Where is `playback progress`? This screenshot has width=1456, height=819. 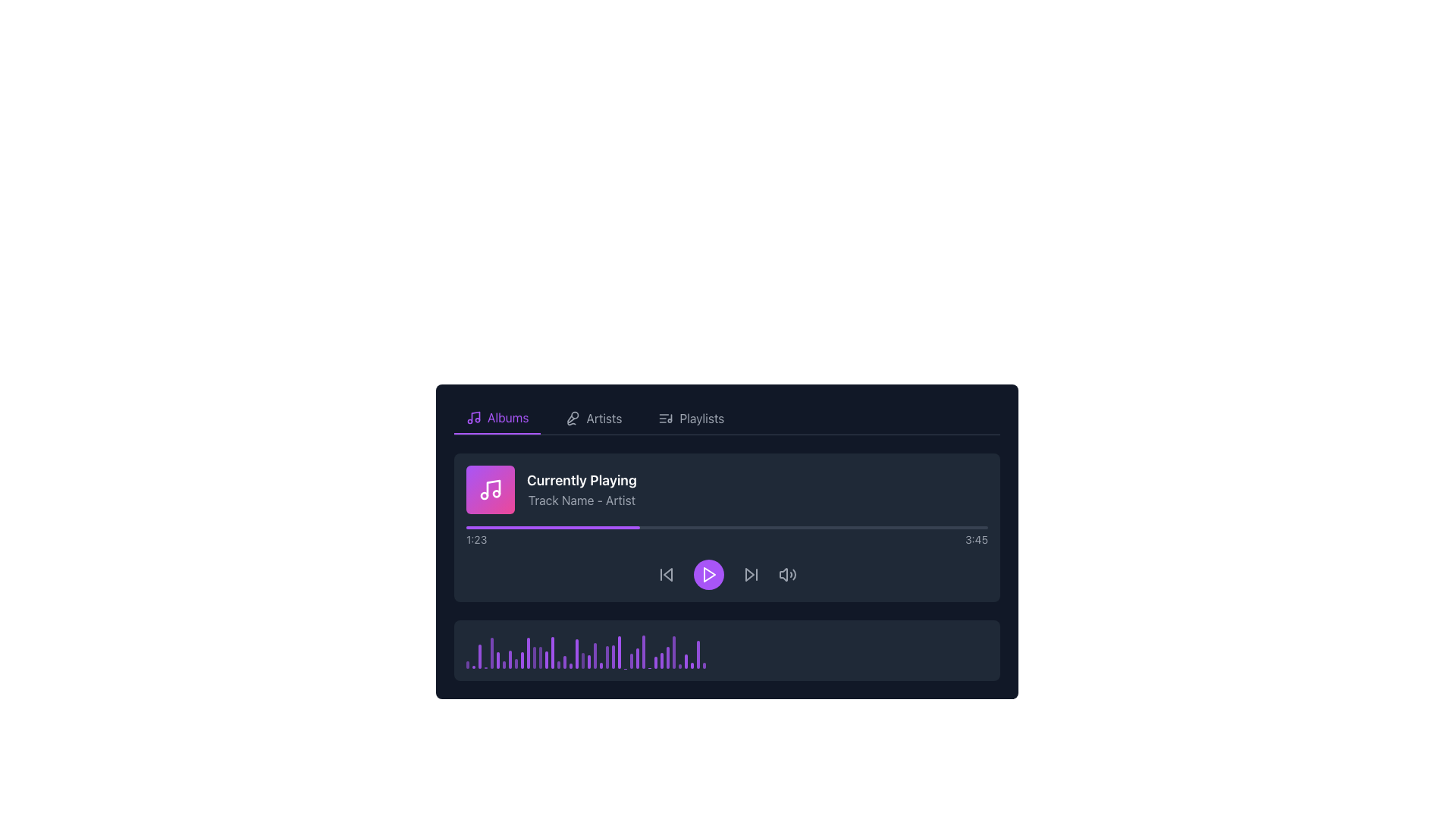
playback progress is located at coordinates (820, 526).